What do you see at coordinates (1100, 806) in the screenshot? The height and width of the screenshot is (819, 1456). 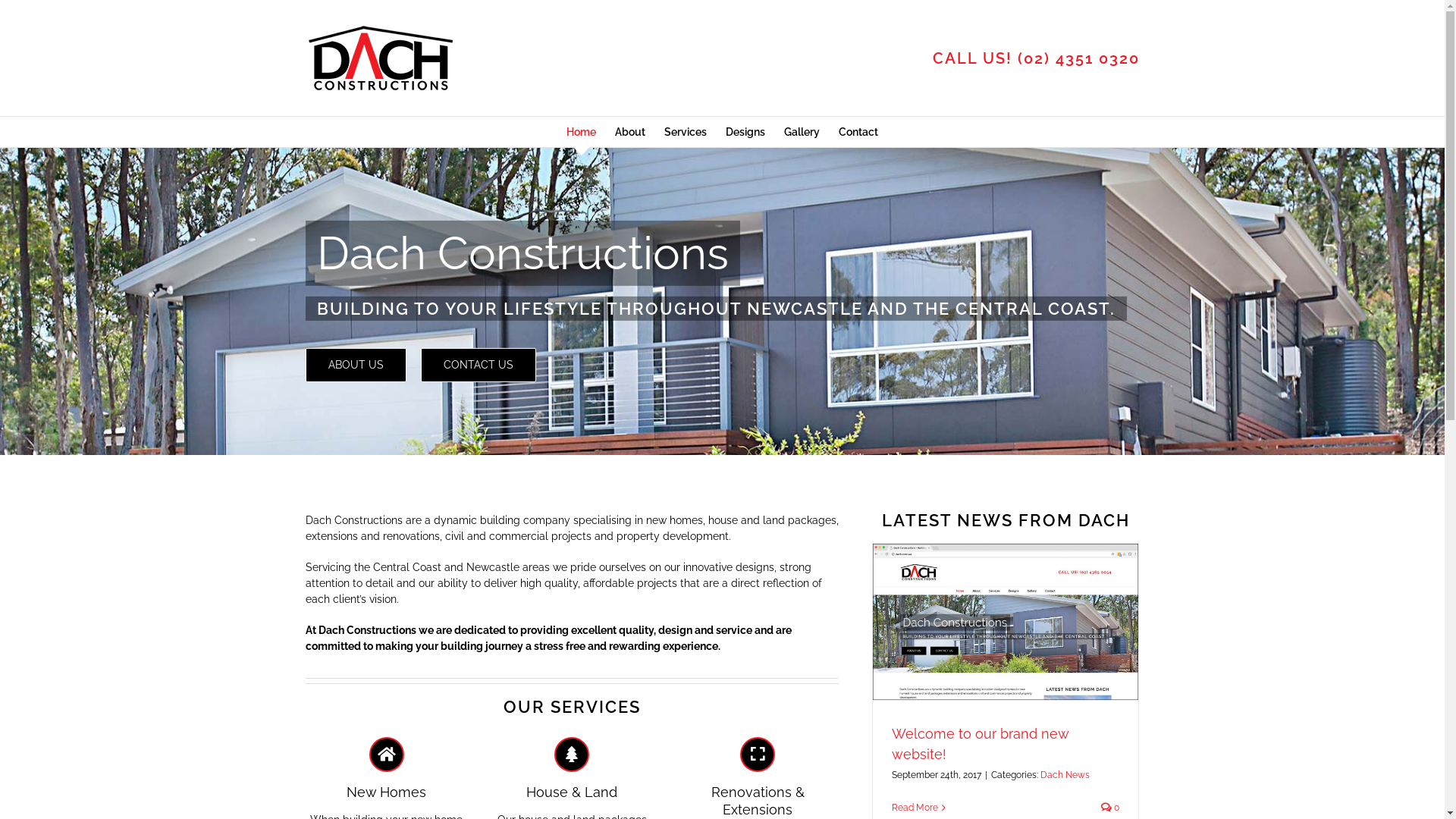 I see `' 0'` at bounding box center [1100, 806].